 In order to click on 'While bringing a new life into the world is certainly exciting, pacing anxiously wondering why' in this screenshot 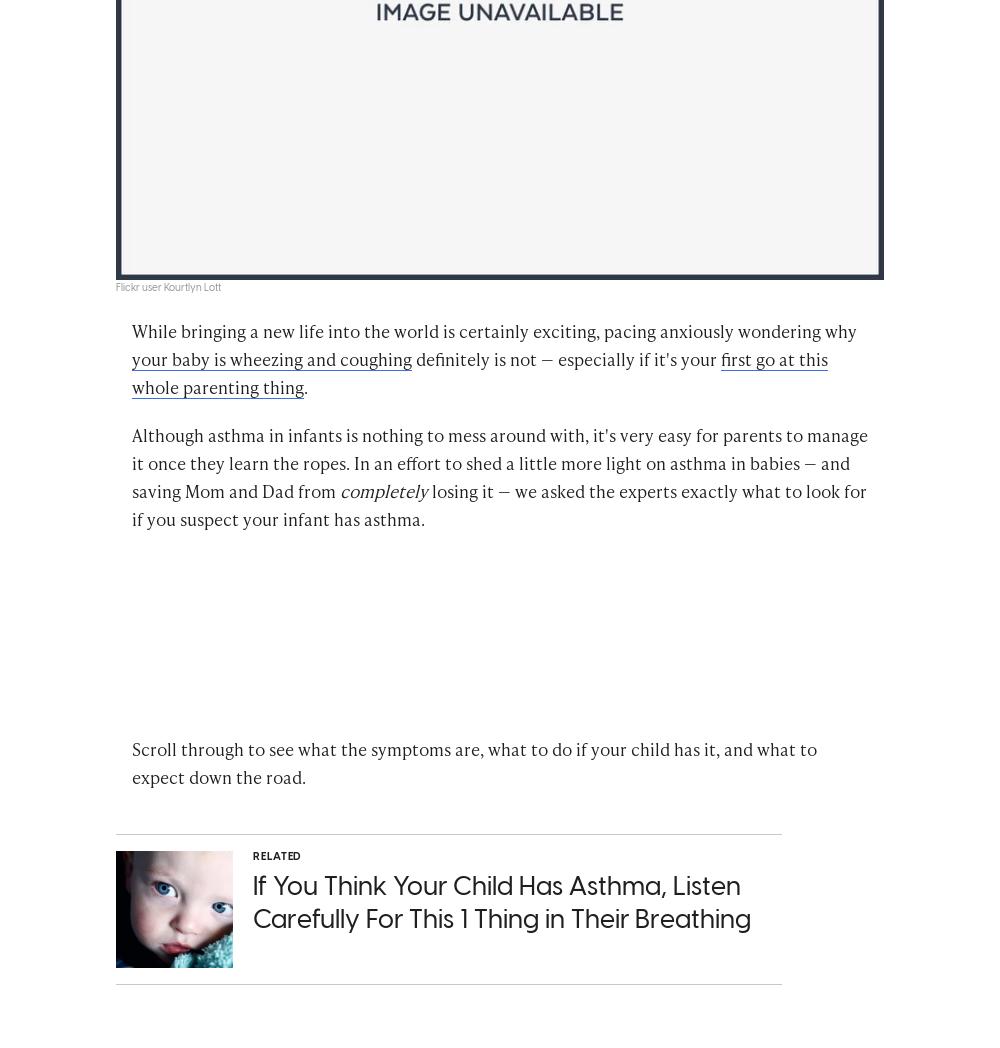, I will do `click(493, 333)`.